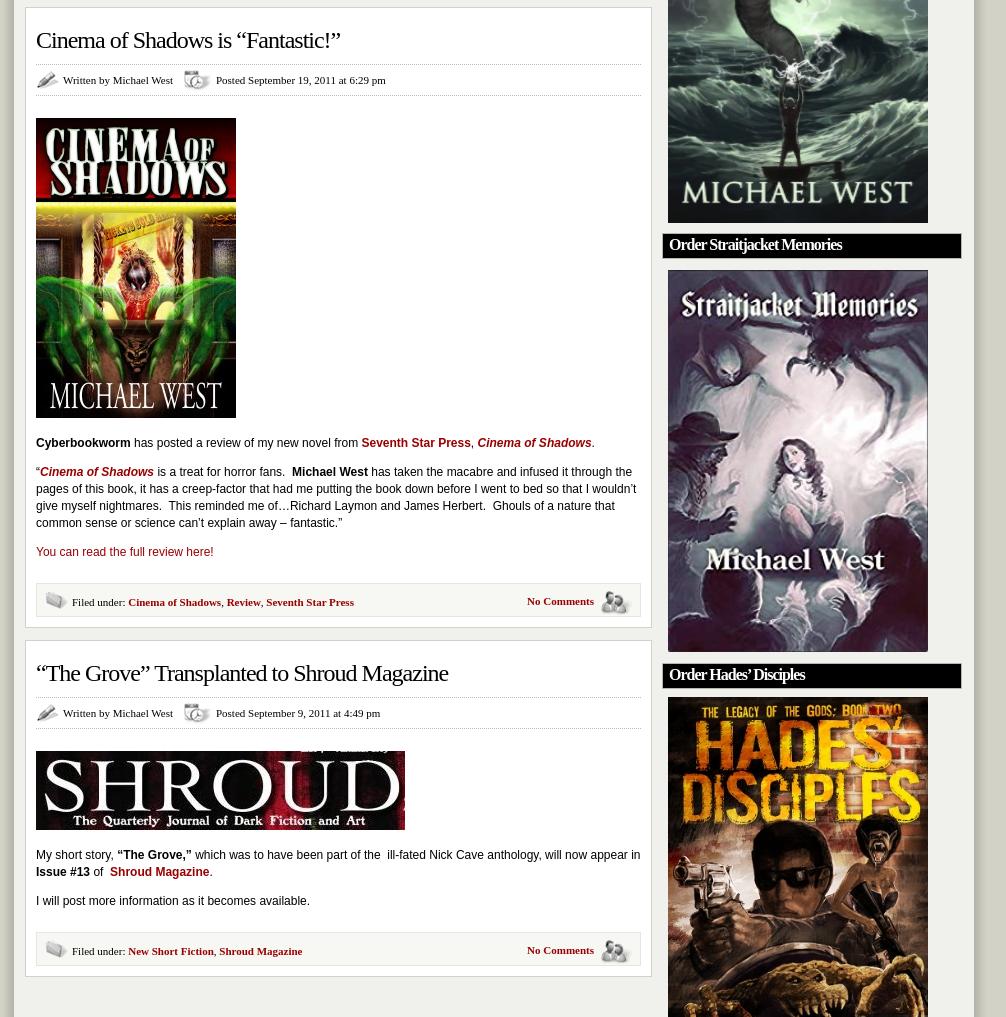 The image size is (1006, 1017). Describe the element at coordinates (173, 900) in the screenshot. I see `'I will post more information as it becomes available.'` at that location.